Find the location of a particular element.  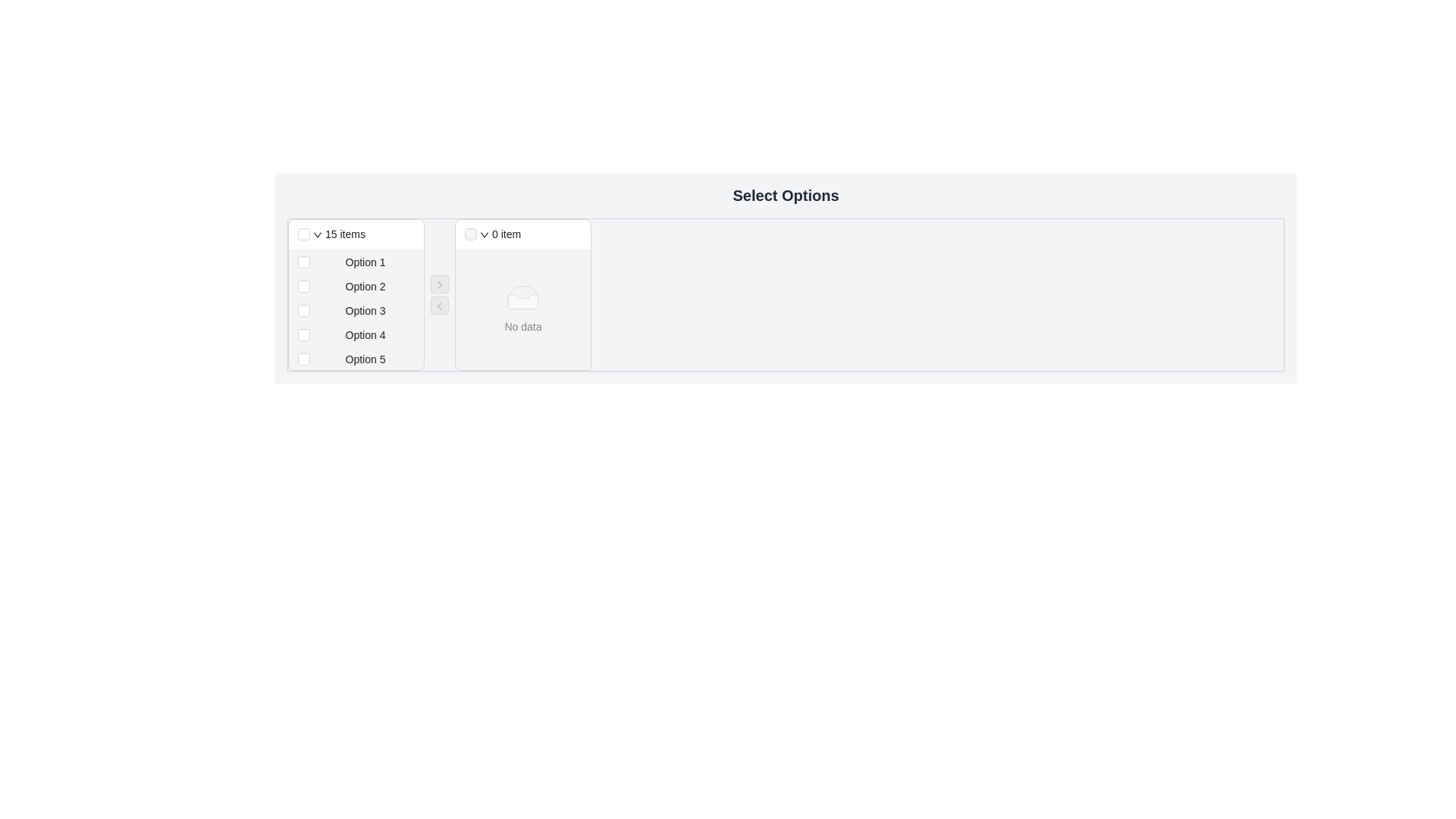

the empty state component that indicates no data is available, located within the right-hand column of the application interface is located at coordinates (523, 298).